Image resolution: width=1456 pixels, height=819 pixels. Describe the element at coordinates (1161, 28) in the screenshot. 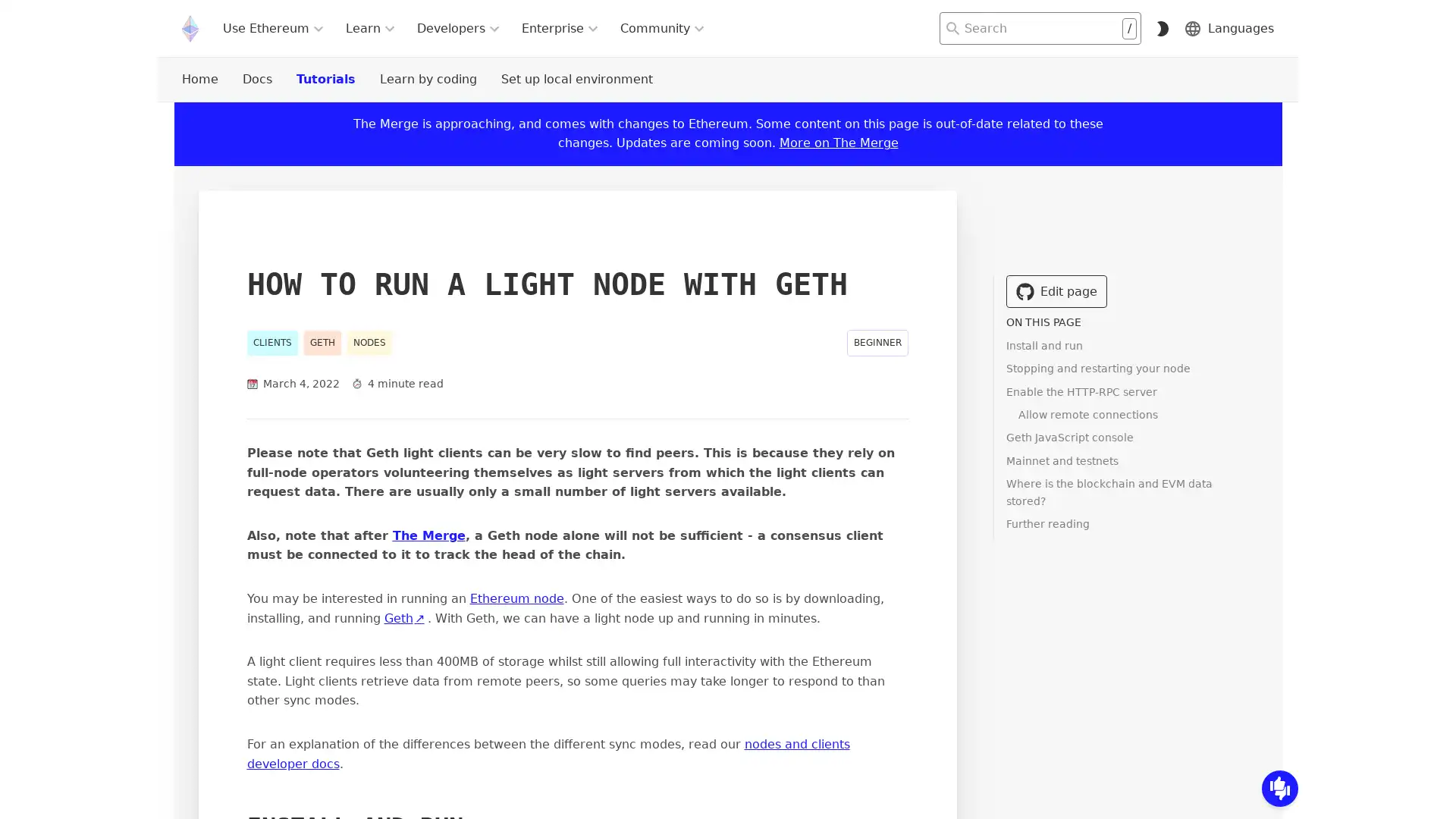

I see `Switch to Dark Theme` at that location.